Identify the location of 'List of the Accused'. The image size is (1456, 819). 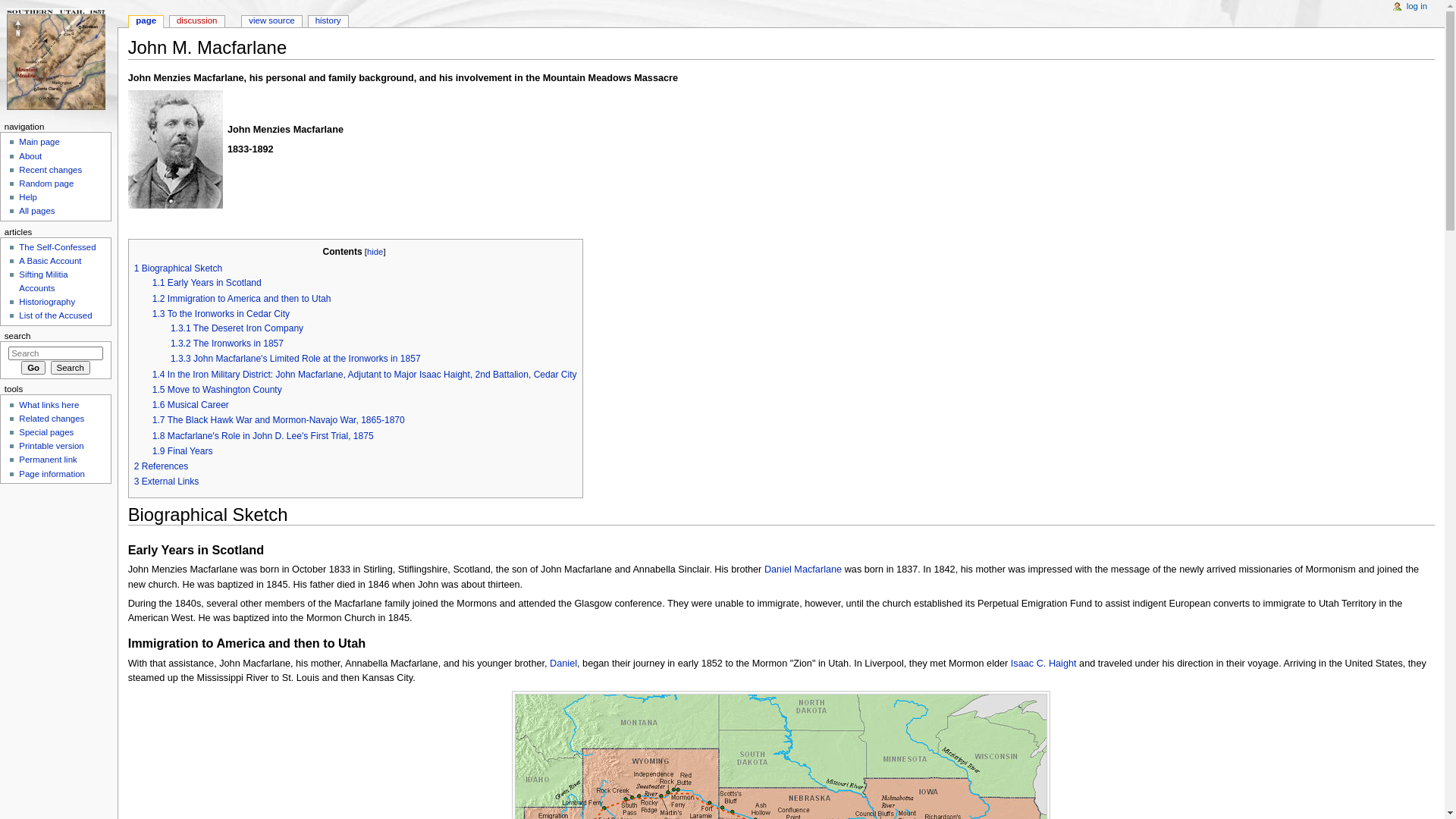
(55, 315).